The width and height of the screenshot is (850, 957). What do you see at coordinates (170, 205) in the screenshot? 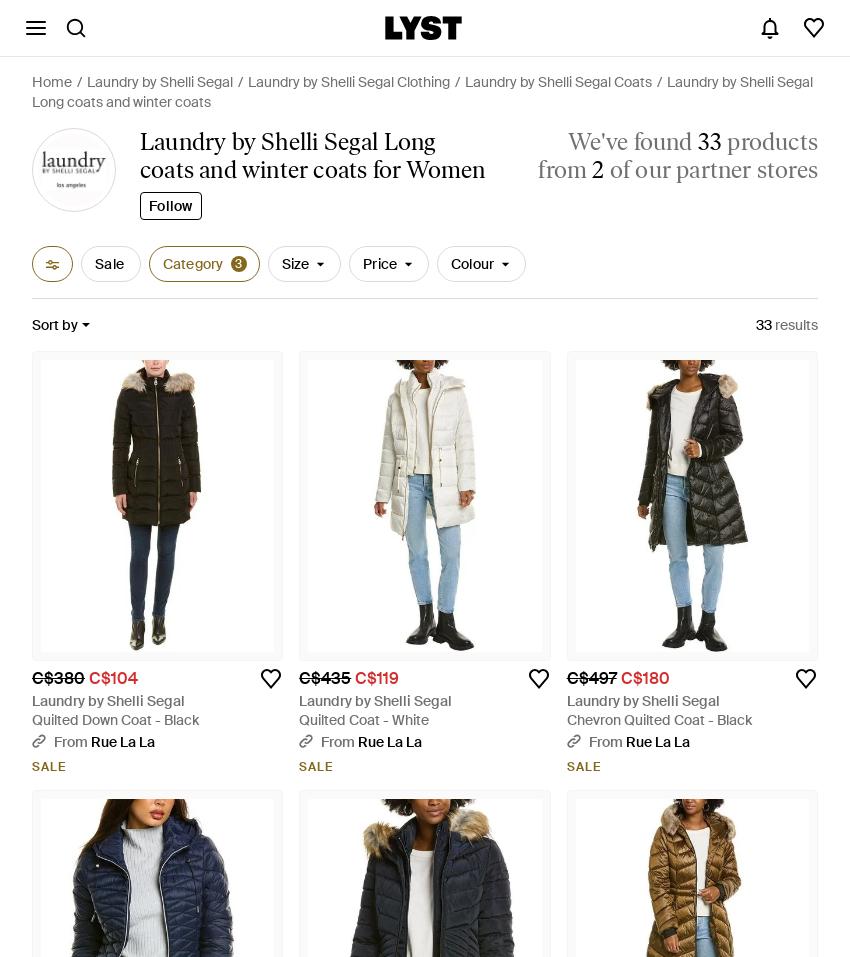
I see `'Follow'` at bounding box center [170, 205].